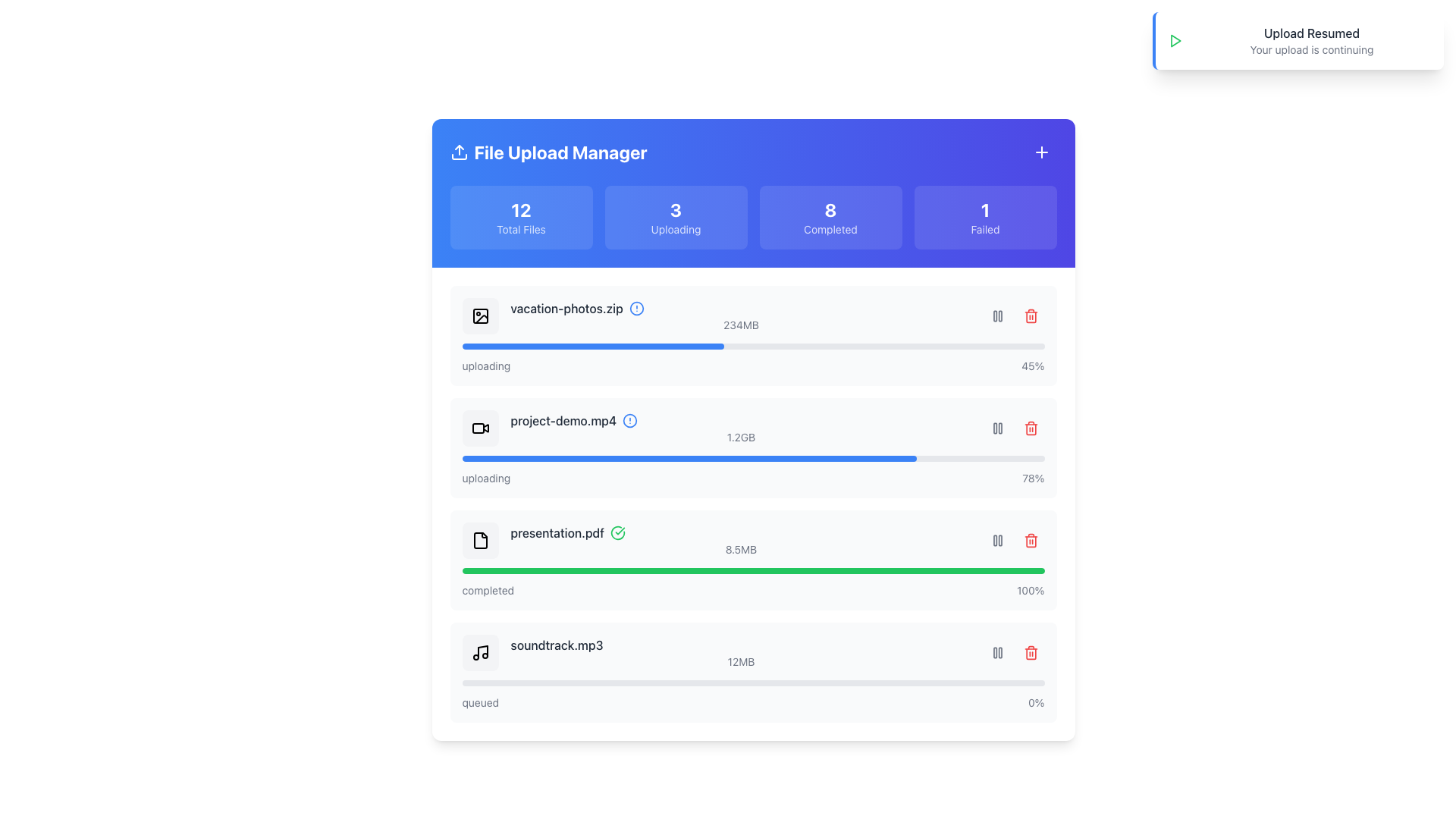 This screenshot has width=1456, height=819. I want to click on the gray rounded square icon that indicates an image placeholder for the first file entry titled 'vacation-photos.zip', so click(479, 315).